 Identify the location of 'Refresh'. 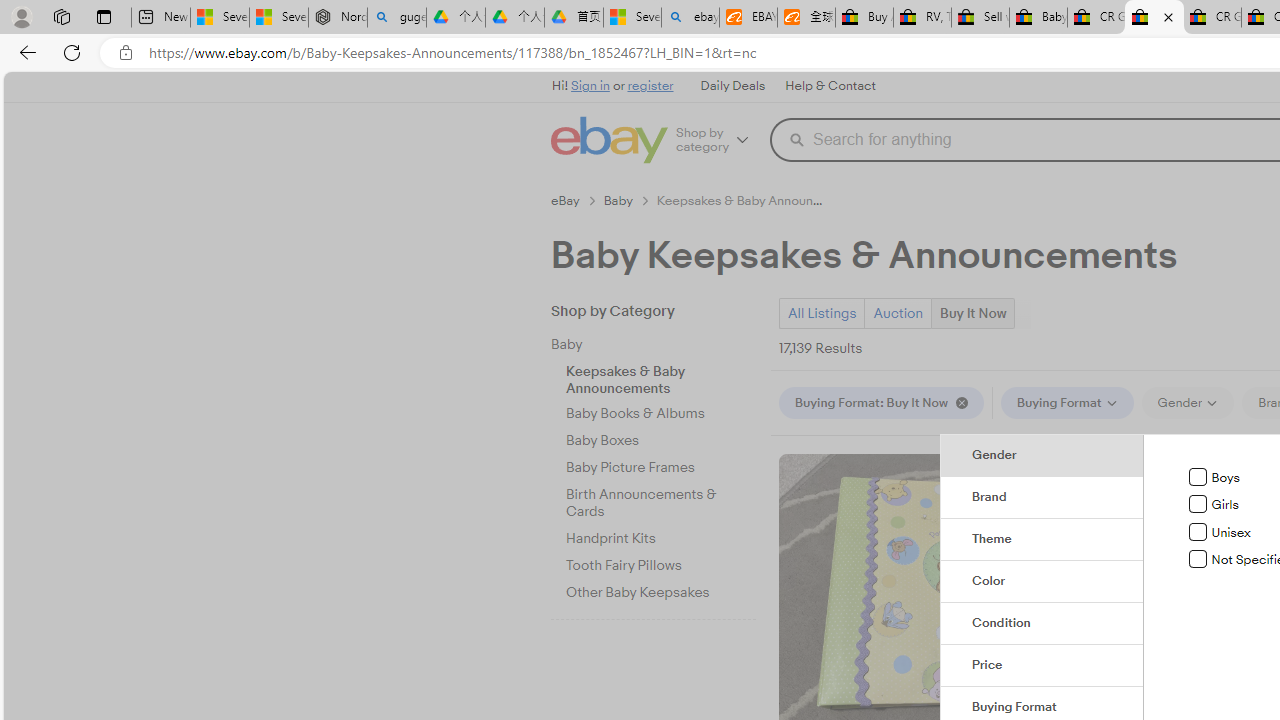
(72, 51).